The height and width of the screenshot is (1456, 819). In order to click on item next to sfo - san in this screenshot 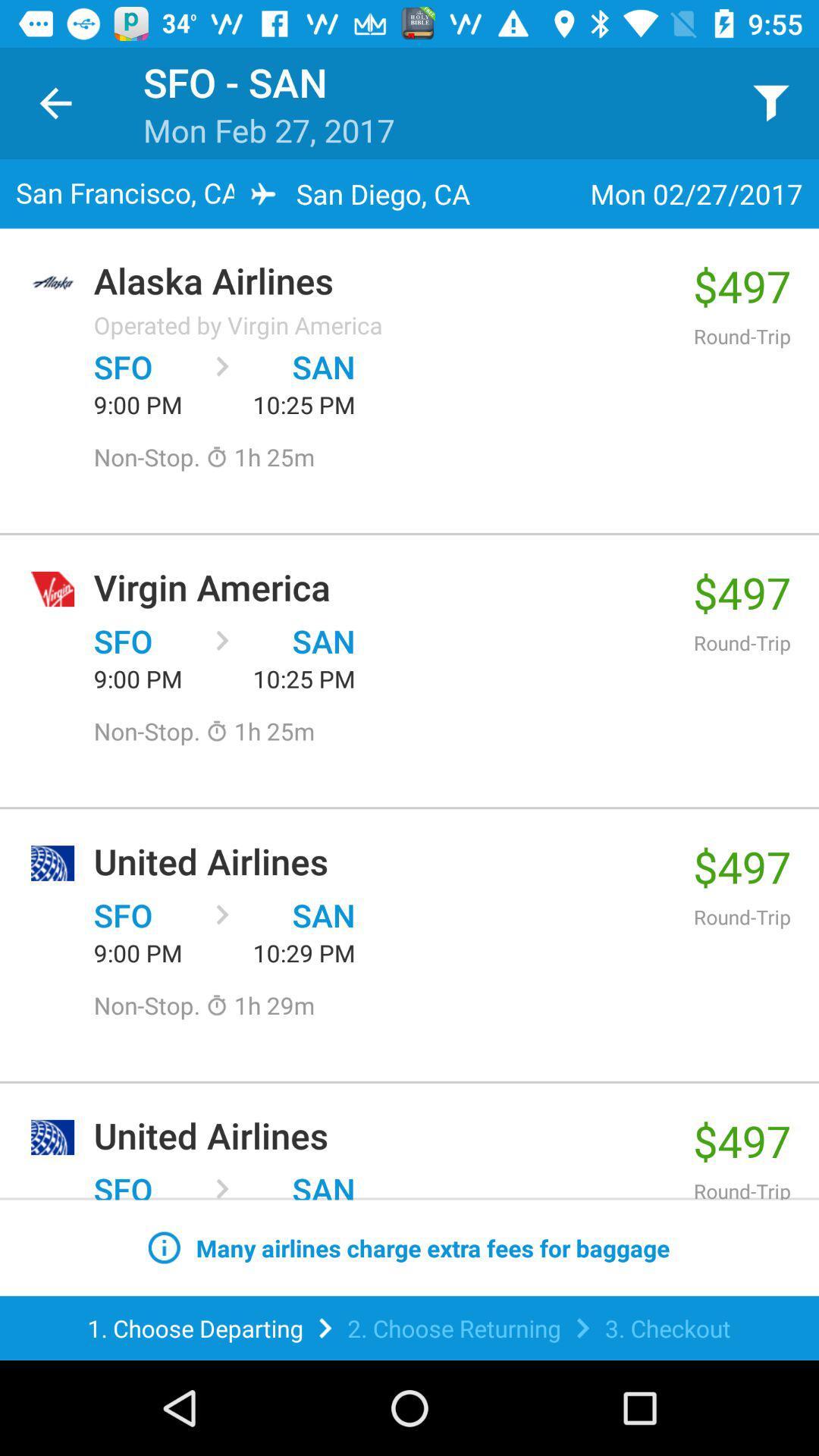, I will do `click(55, 102)`.